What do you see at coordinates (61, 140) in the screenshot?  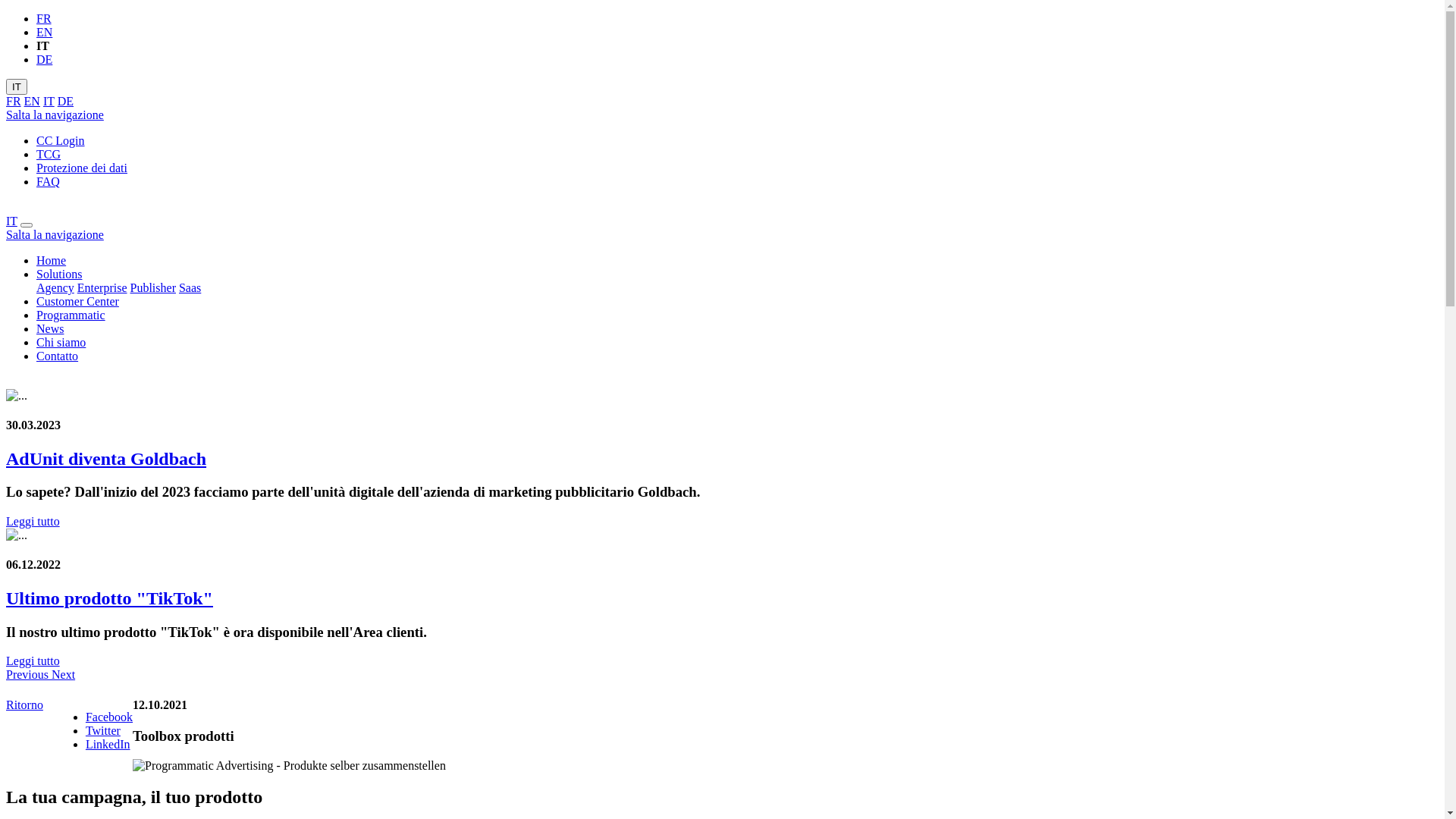 I see `'CC Login'` at bounding box center [61, 140].